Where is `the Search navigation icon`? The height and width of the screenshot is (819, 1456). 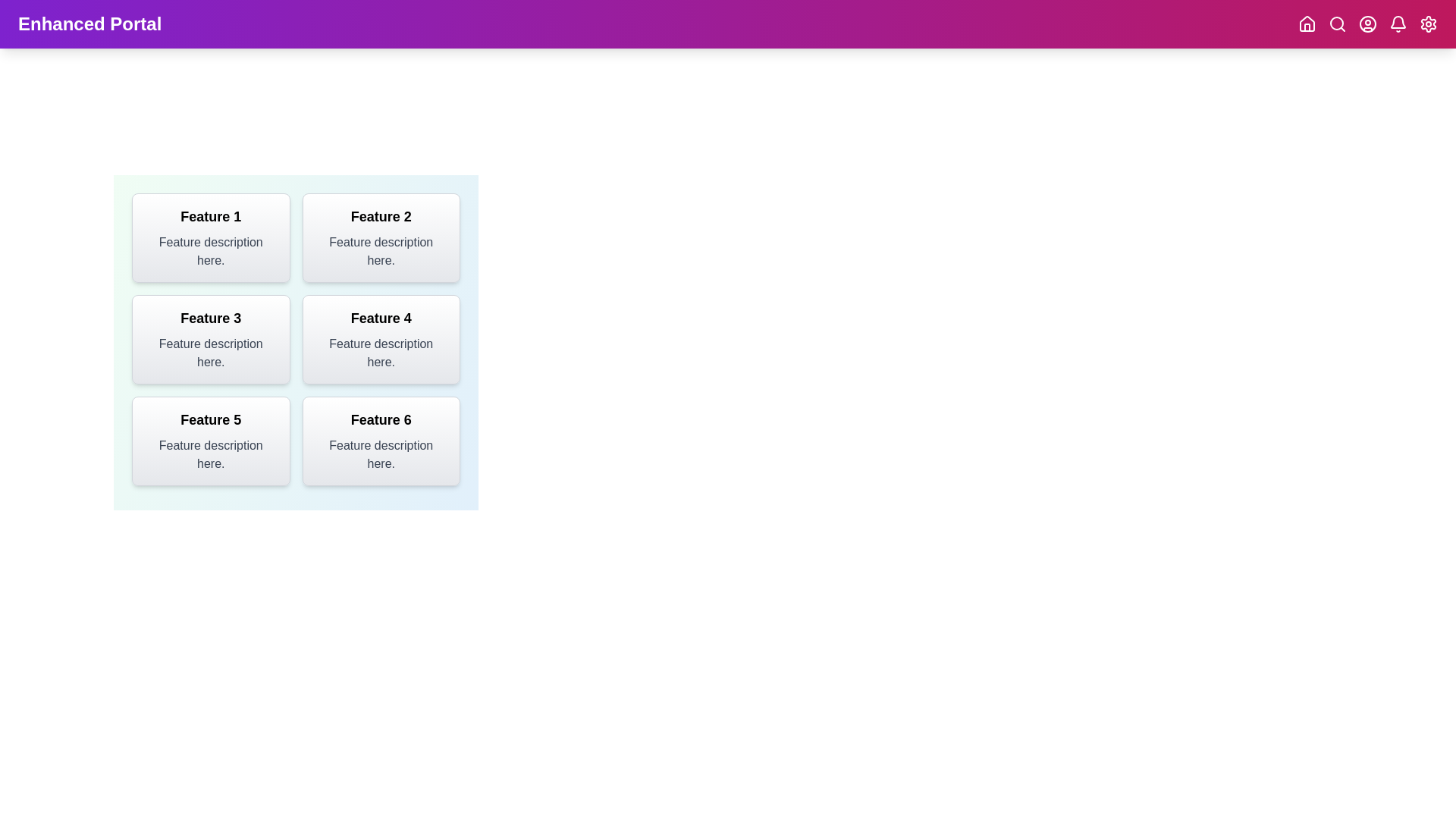
the Search navigation icon is located at coordinates (1337, 24).